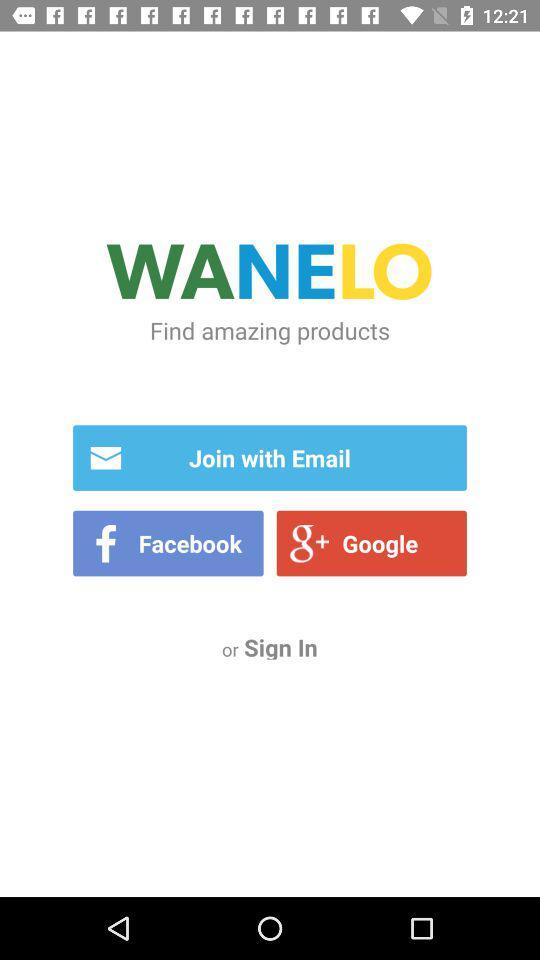 The width and height of the screenshot is (540, 960). Describe the element at coordinates (270, 274) in the screenshot. I see `the wanelo item` at that location.